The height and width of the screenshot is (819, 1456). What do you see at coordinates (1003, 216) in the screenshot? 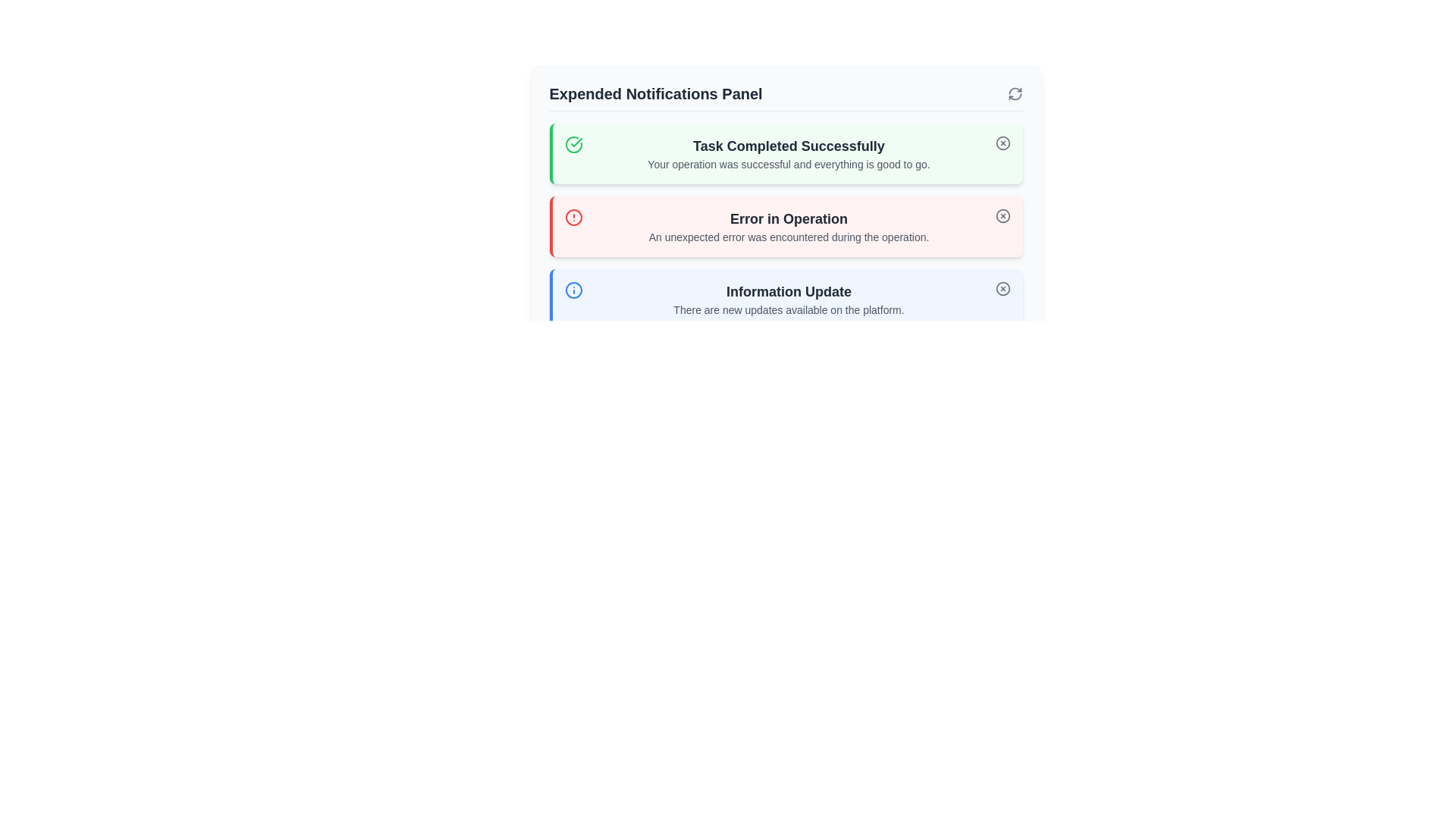
I see `the Close icon button located at the top-right corner of the 'Error in Operation' notification box` at bounding box center [1003, 216].